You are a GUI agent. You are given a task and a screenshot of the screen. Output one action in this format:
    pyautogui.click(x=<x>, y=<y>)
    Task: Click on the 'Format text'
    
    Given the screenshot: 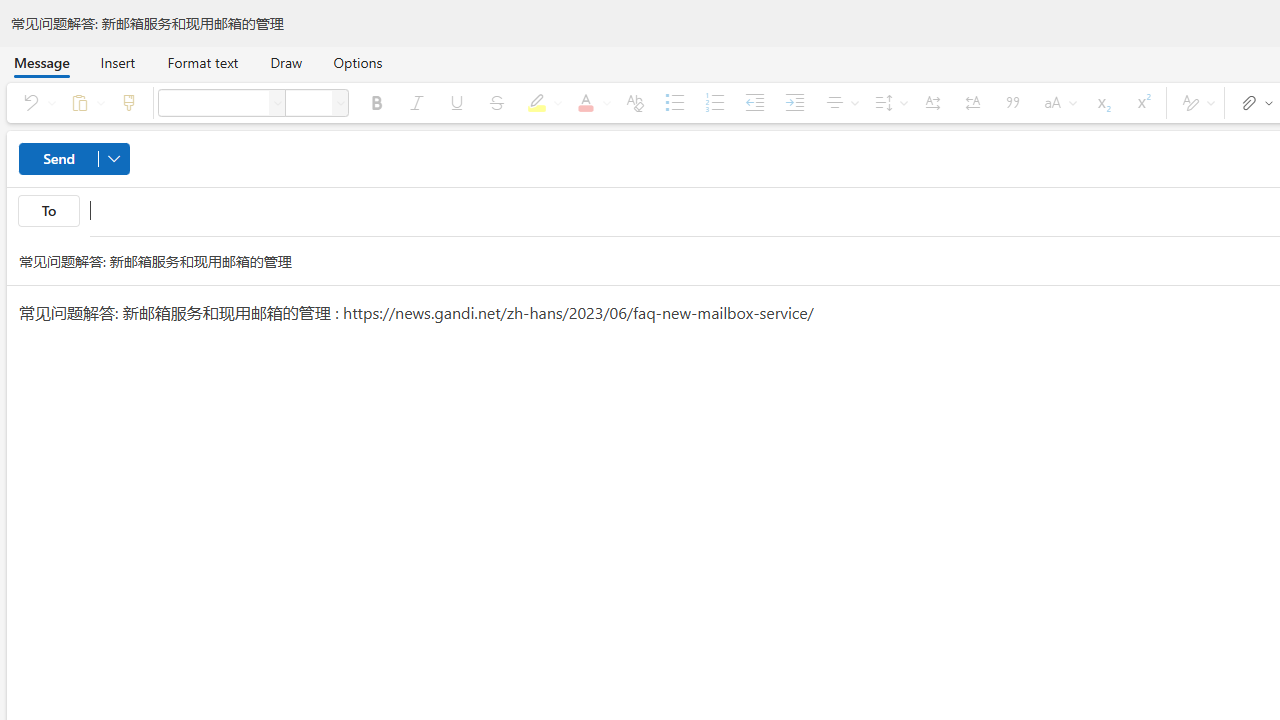 What is the action you would take?
    pyautogui.click(x=202, y=61)
    